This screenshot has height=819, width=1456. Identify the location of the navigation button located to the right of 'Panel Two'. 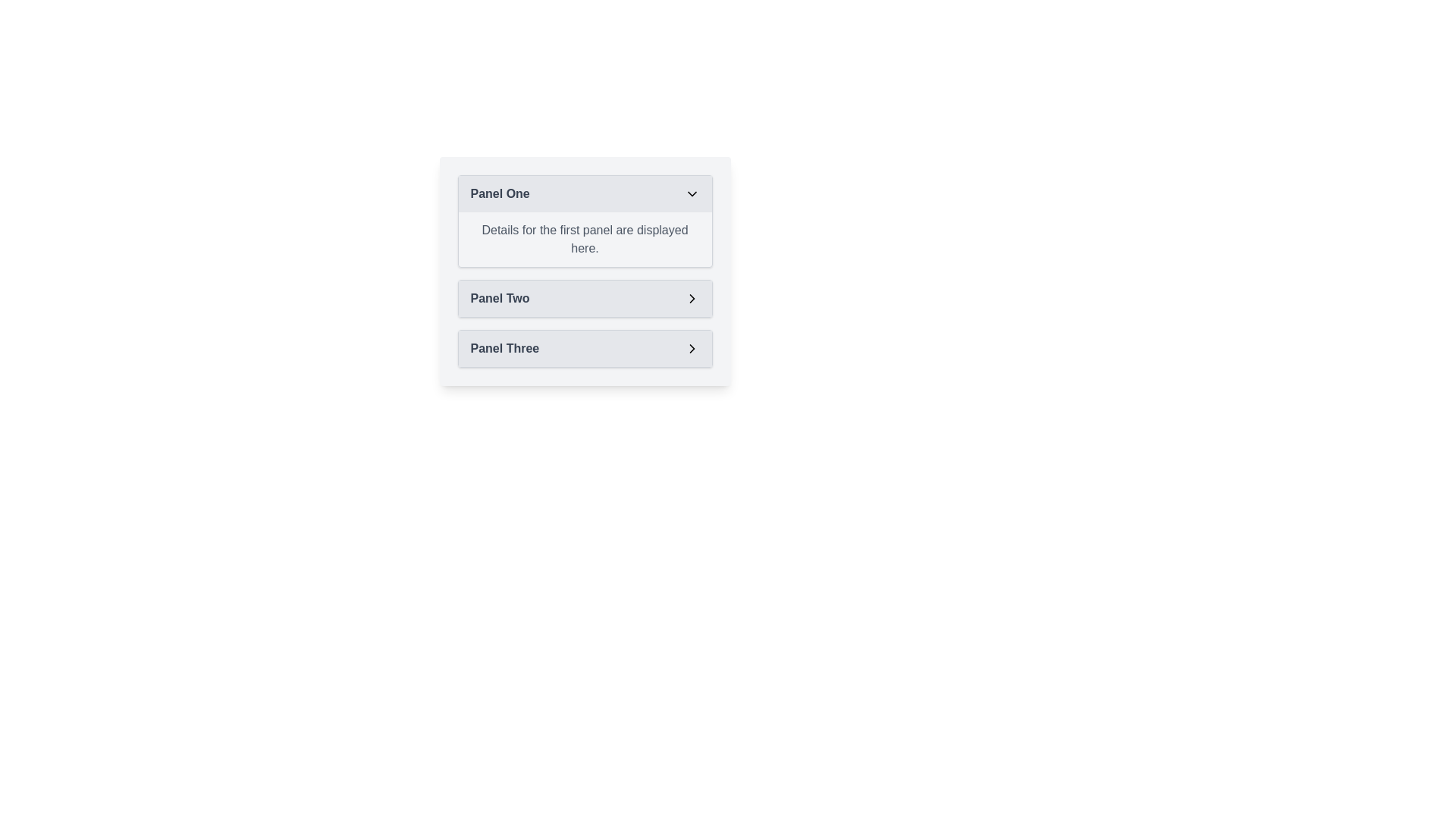
(691, 298).